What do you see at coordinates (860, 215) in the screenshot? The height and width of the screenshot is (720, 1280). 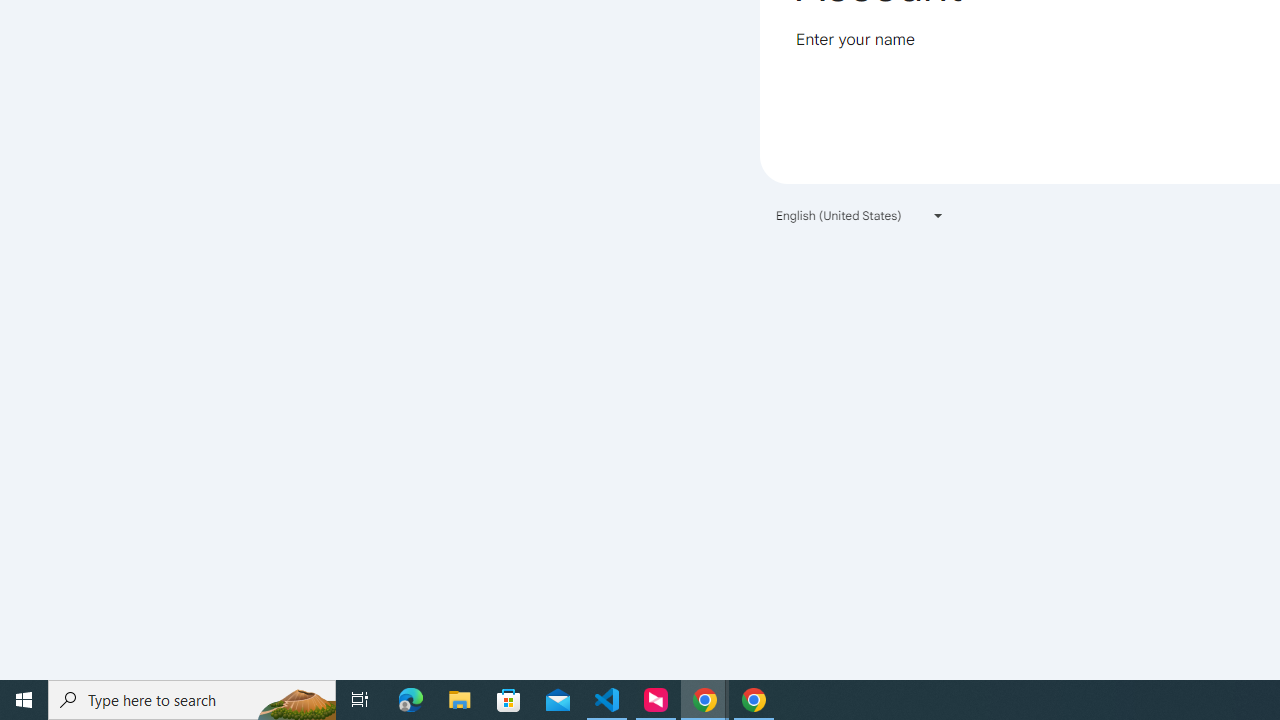 I see `'English (United States)'` at bounding box center [860, 215].